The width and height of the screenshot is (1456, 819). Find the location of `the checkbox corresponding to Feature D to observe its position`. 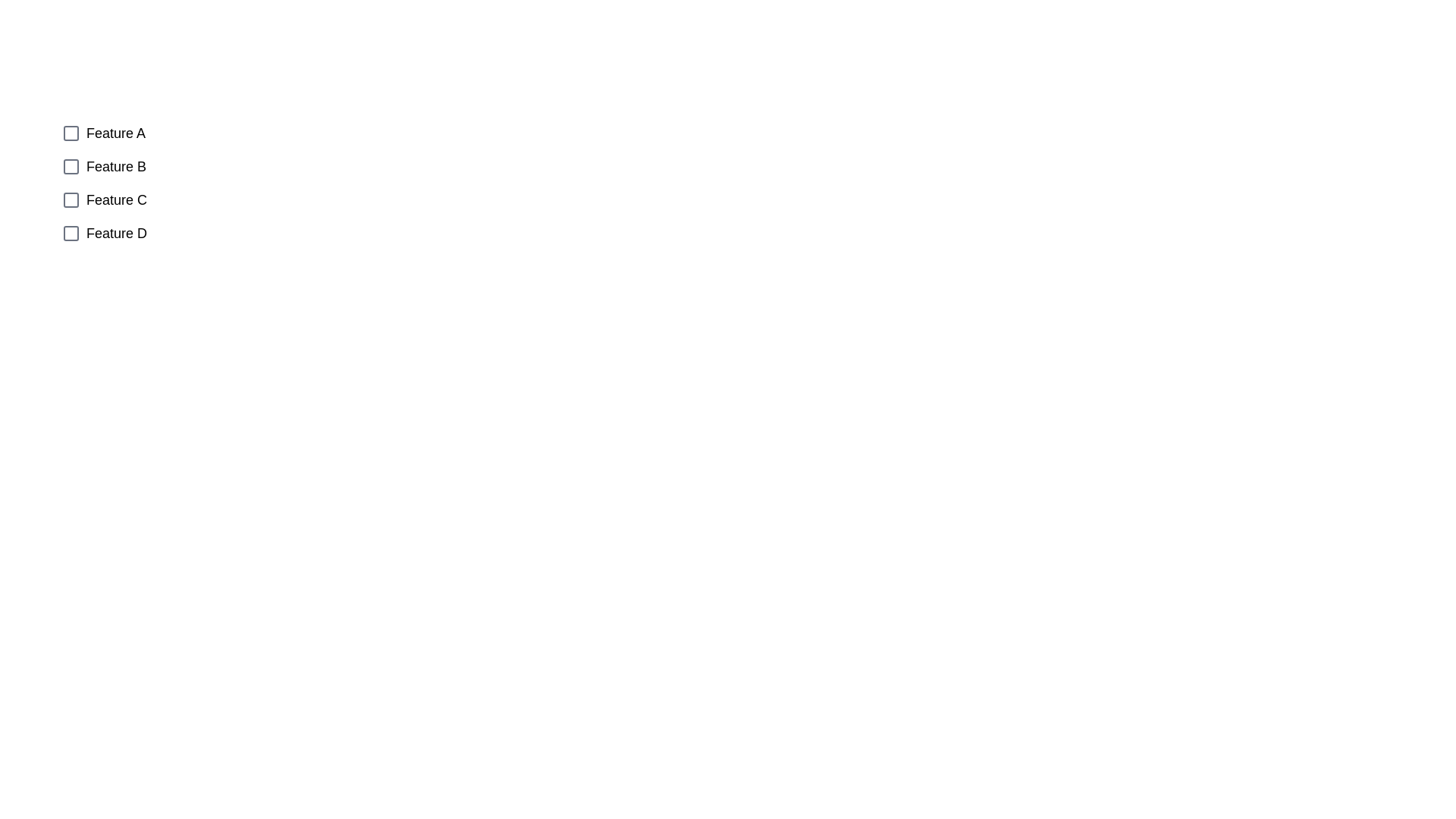

the checkbox corresponding to Feature D to observe its position is located at coordinates (104, 234).